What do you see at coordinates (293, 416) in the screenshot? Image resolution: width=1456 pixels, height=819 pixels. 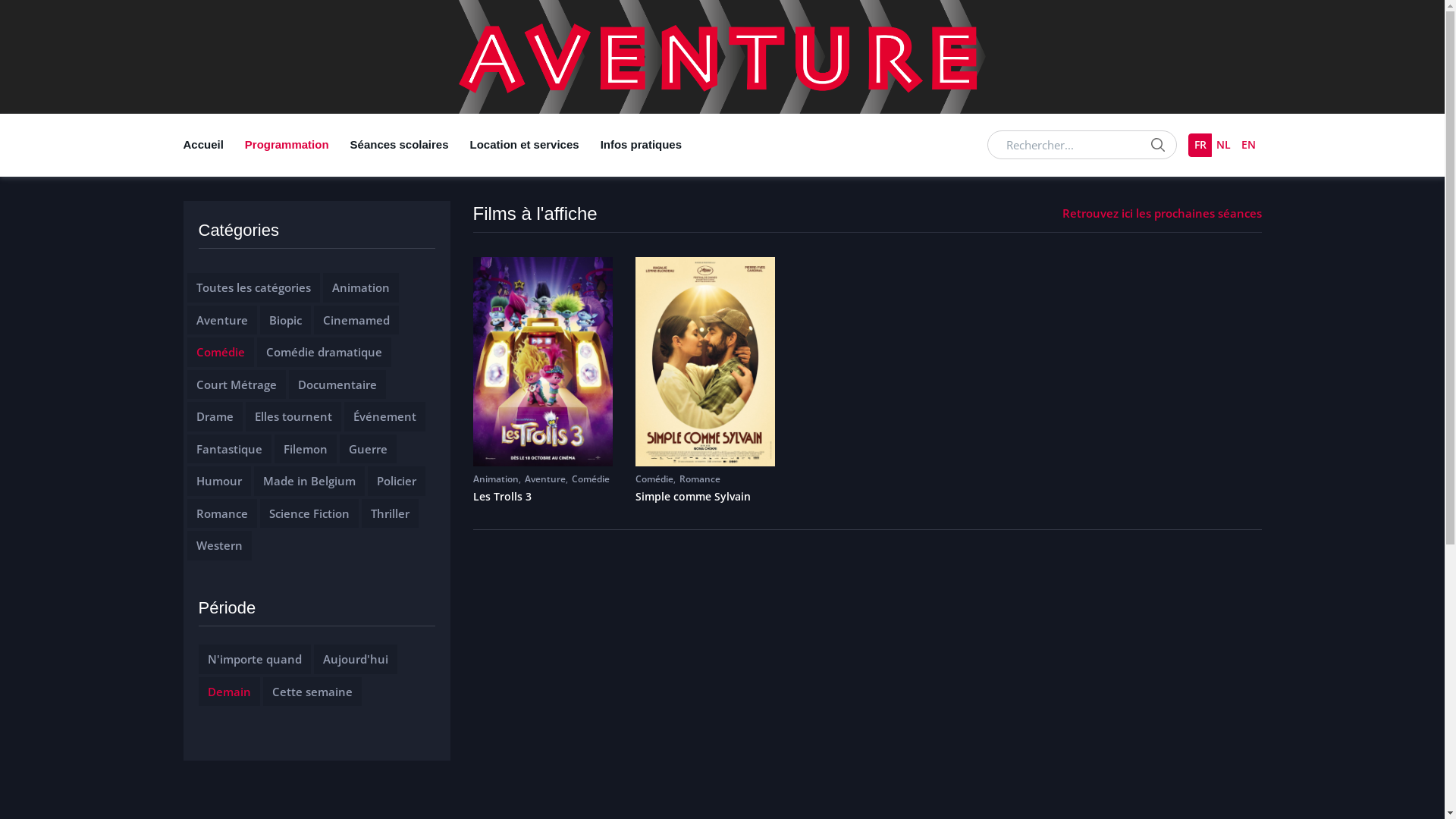 I see `'Elles tournent'` at bounding box center [293, 416].